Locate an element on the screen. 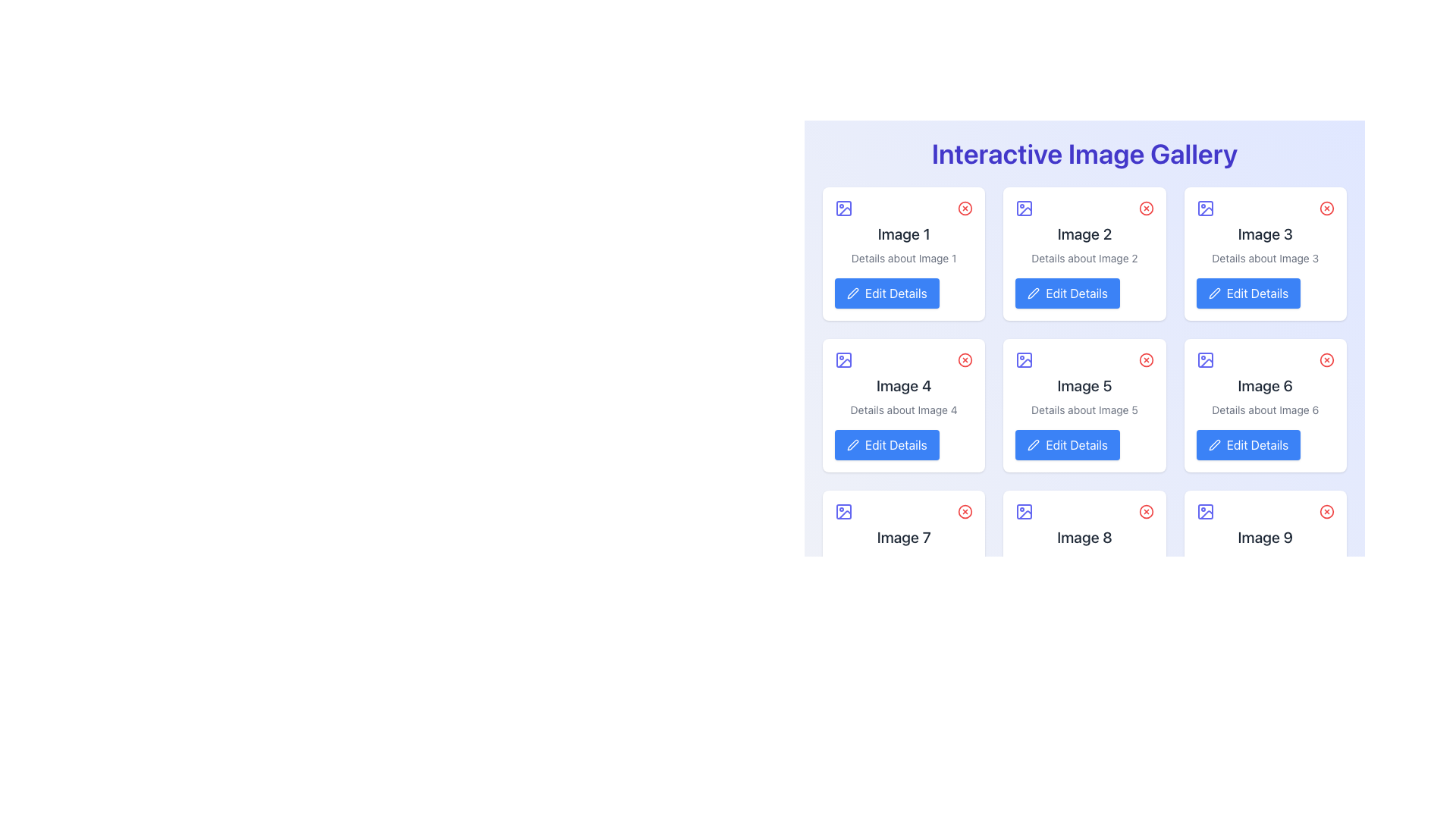 This screenshot has width=1456, height=819. the button to edit details related to Image 4, located below 'Details about Image 4' in the fourth card of the grid is located at coordinates (886, 444).